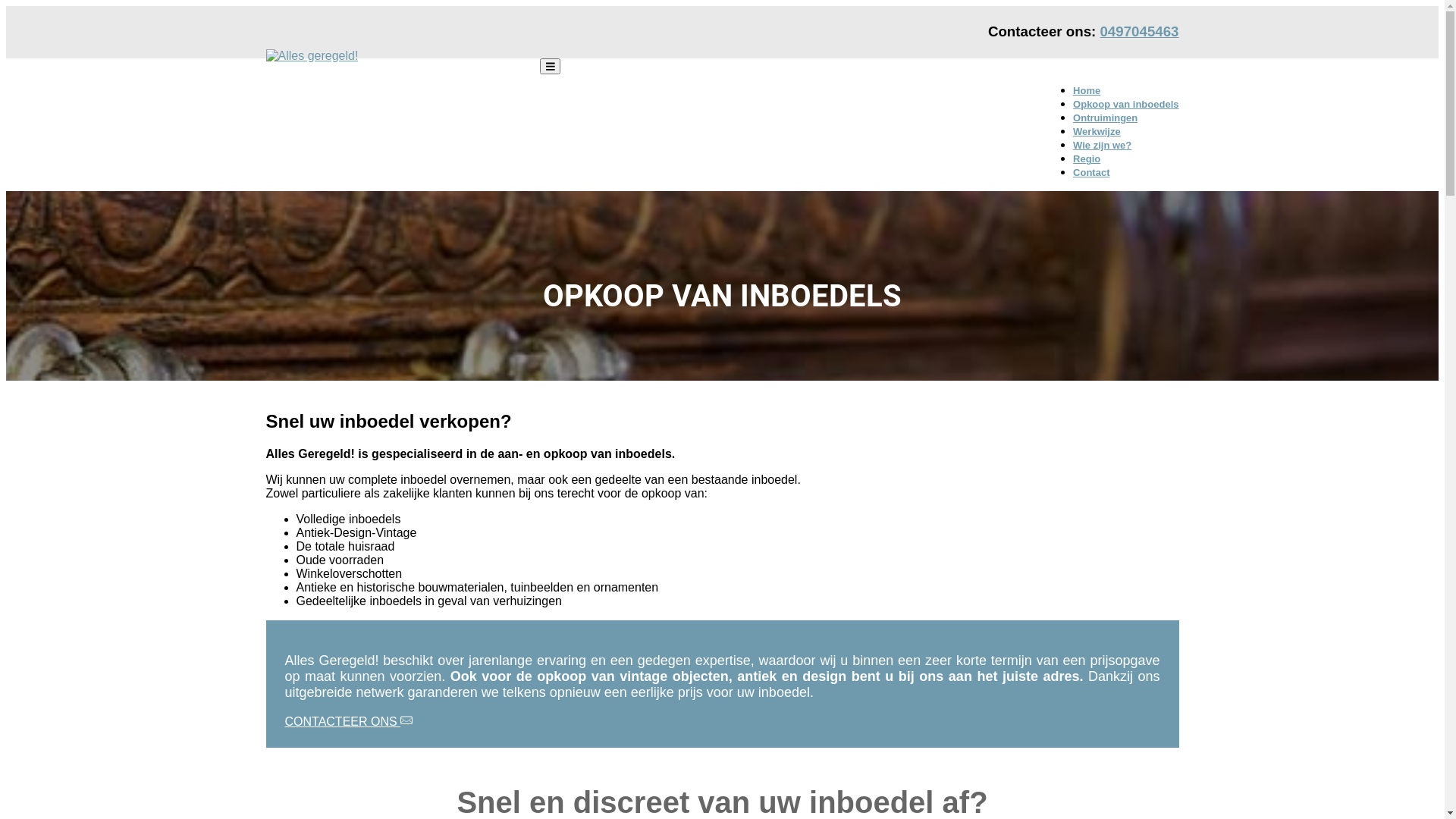 Image resolution: width=1456 pixels, height=819 pixels. I want to click on 'Skip to content', so click(5, 5).